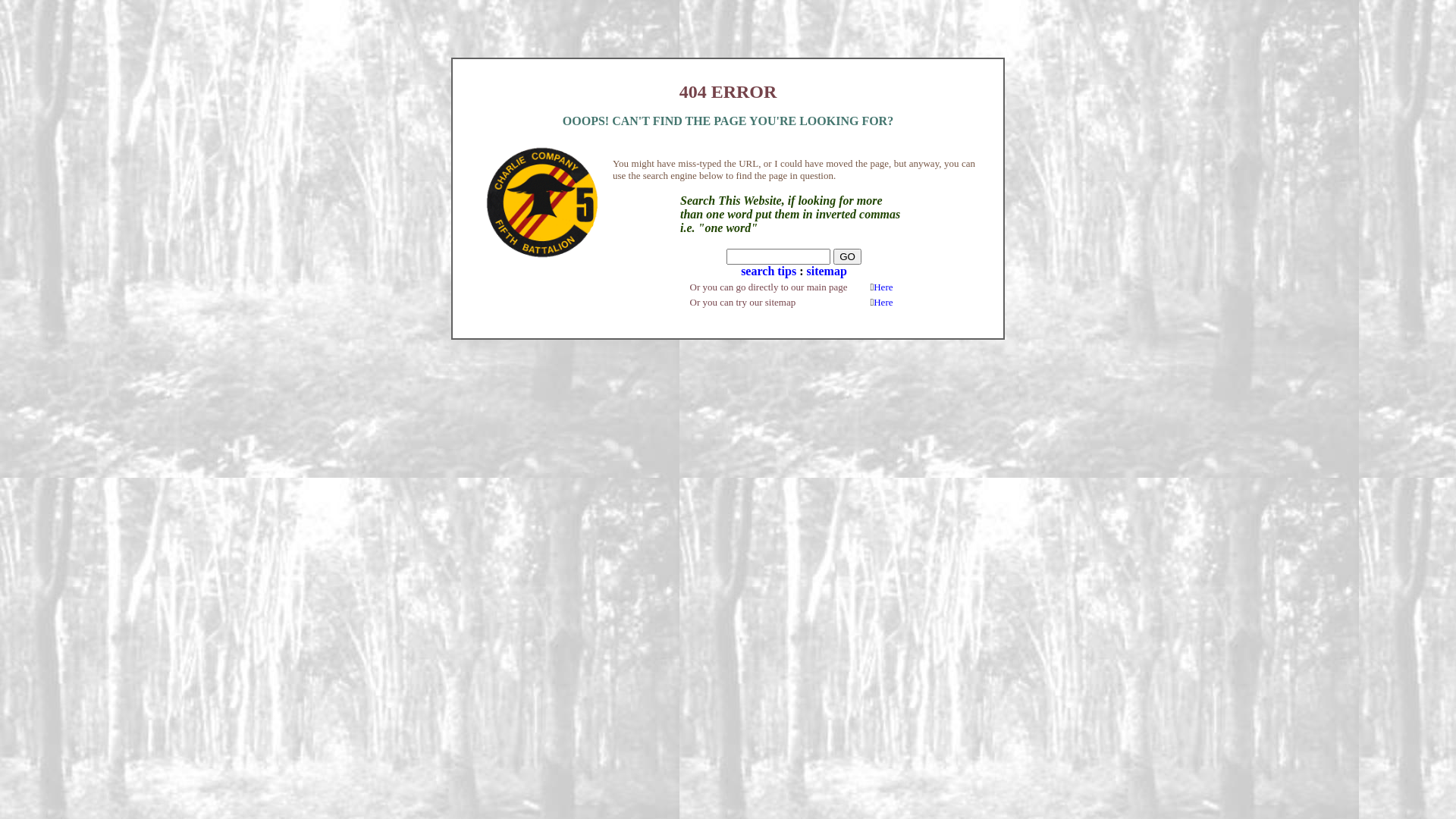 Image resolution: width=1456 pixels, height=819 pixels. Describe the element at coordinates (826, 270) in the screenshot. I see `'sitemap'` at that location.